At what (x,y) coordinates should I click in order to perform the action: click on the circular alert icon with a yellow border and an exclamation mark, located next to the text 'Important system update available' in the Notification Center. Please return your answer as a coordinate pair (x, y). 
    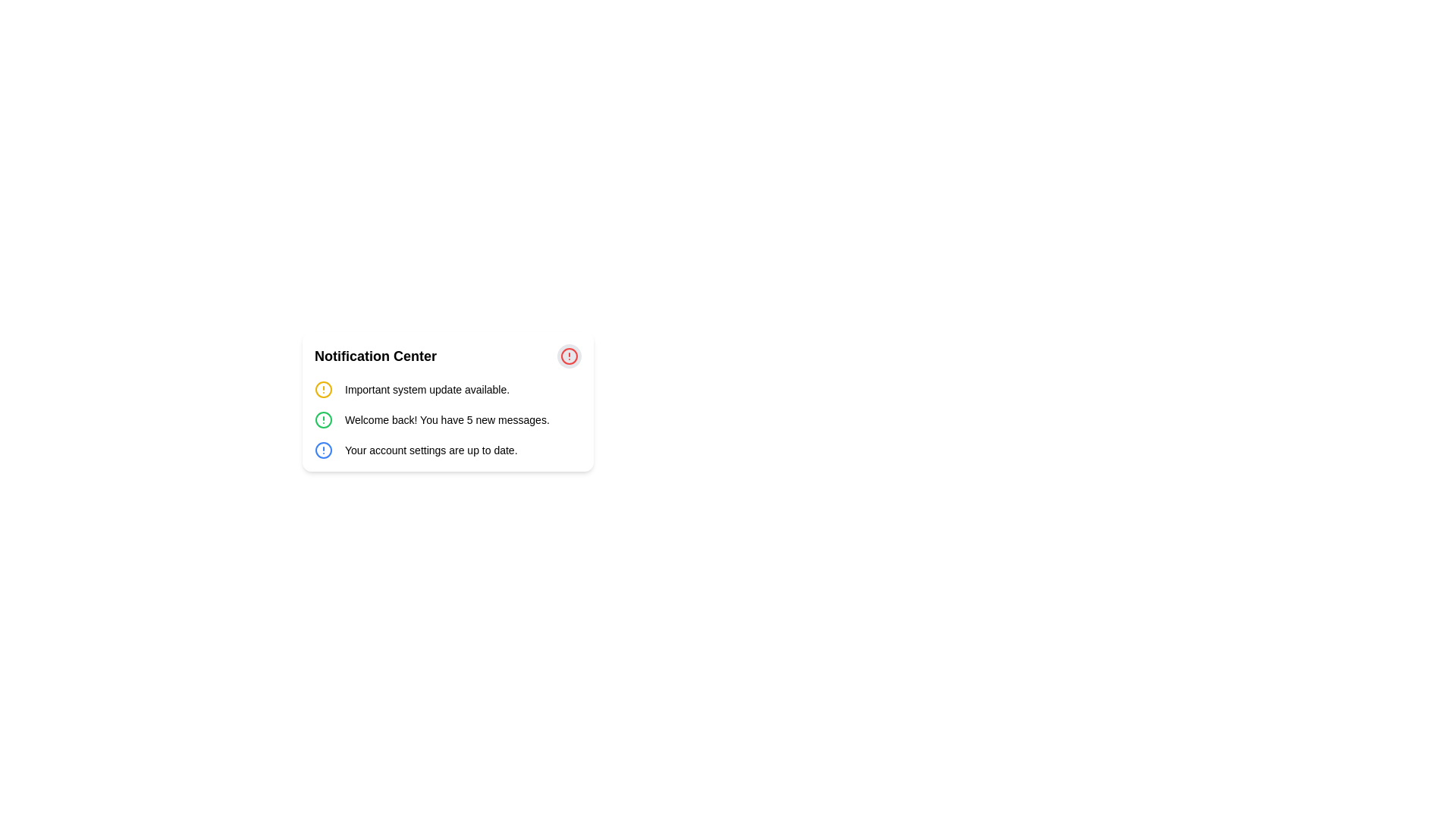
    Looking at the image, I should click on (323, 388).